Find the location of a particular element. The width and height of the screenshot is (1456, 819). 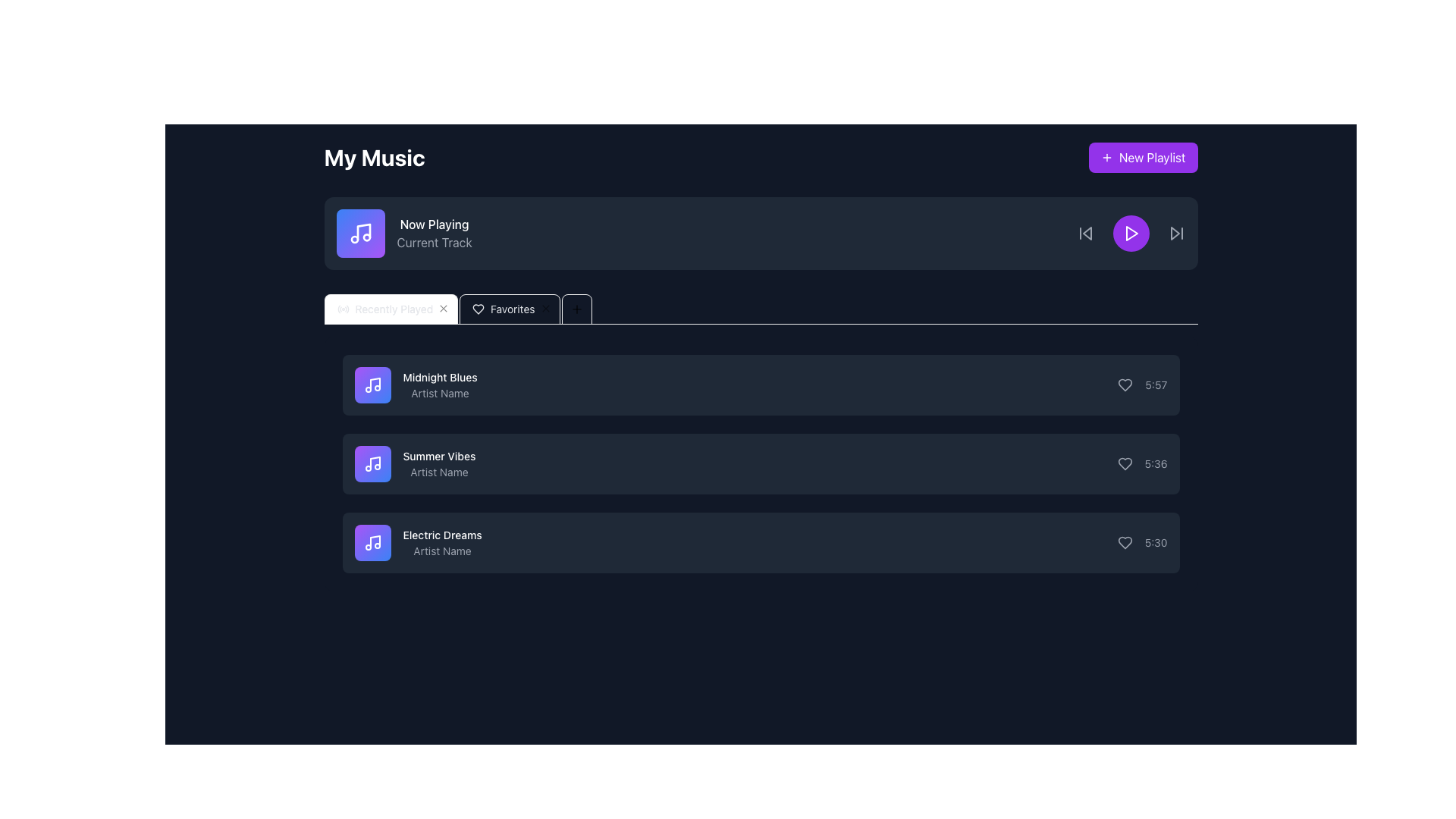

the heart icon located at the far right of the 'Electric Dreams' list item is located at coordinates (1125, 542).